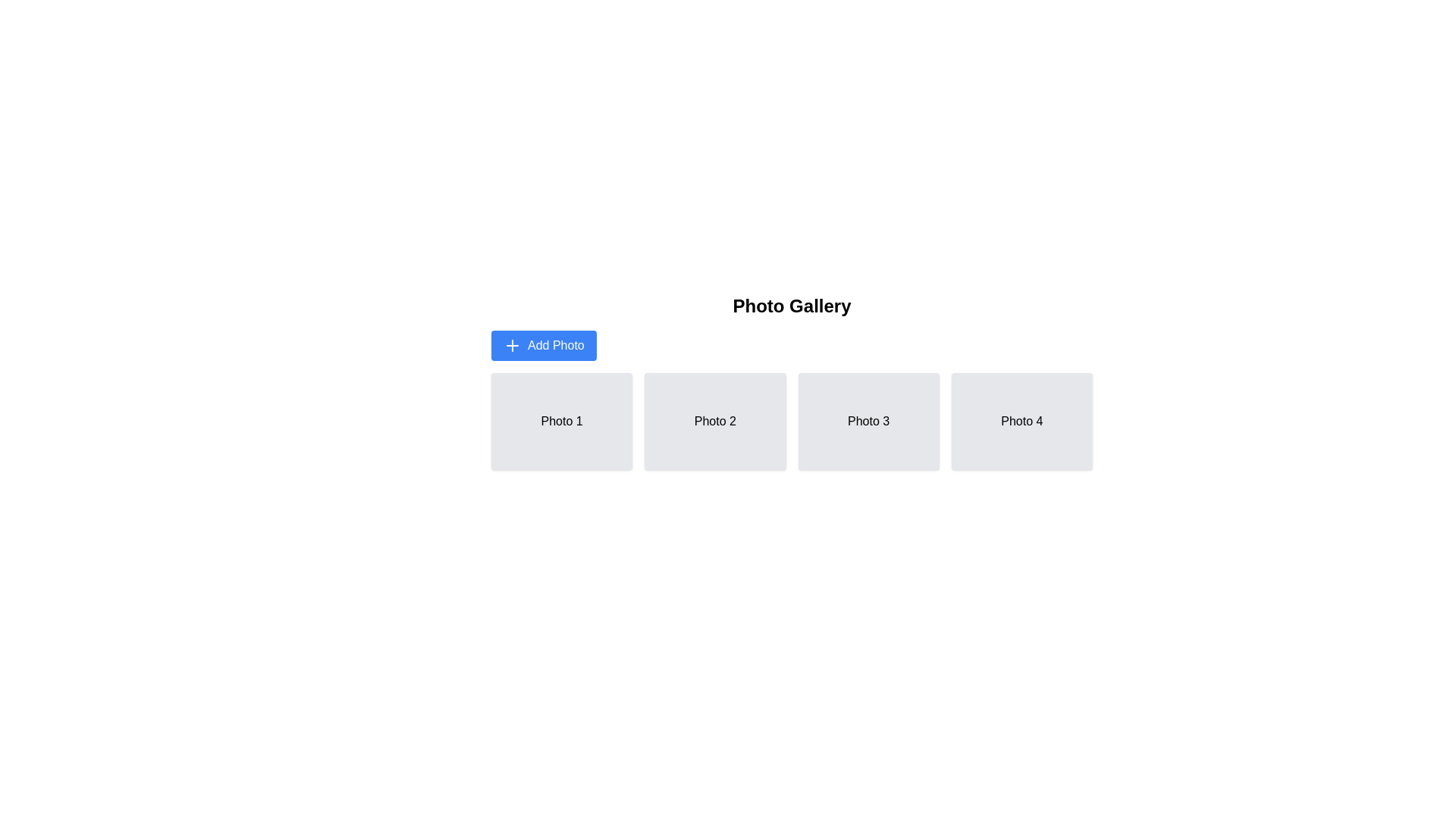 The image size is (1456, 819). I want to click on the small circular button with a red background and a white 'X' symbol located at the top right corner of the 'Photo 3' card to make it visible if initially hidden, so click(926, 384).